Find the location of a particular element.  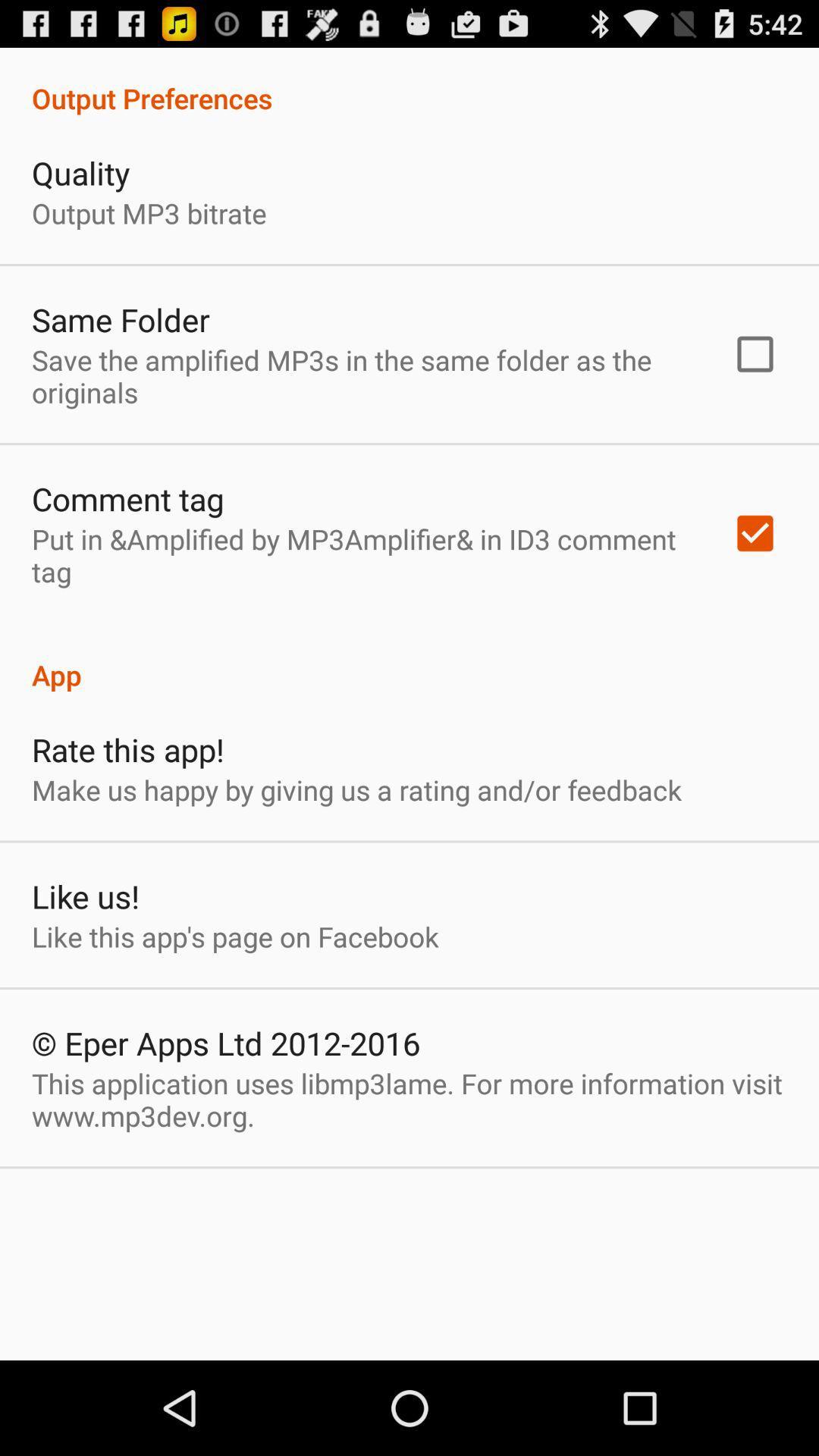

the icon above the this application uses icon is located at coordinates (226, 1042).